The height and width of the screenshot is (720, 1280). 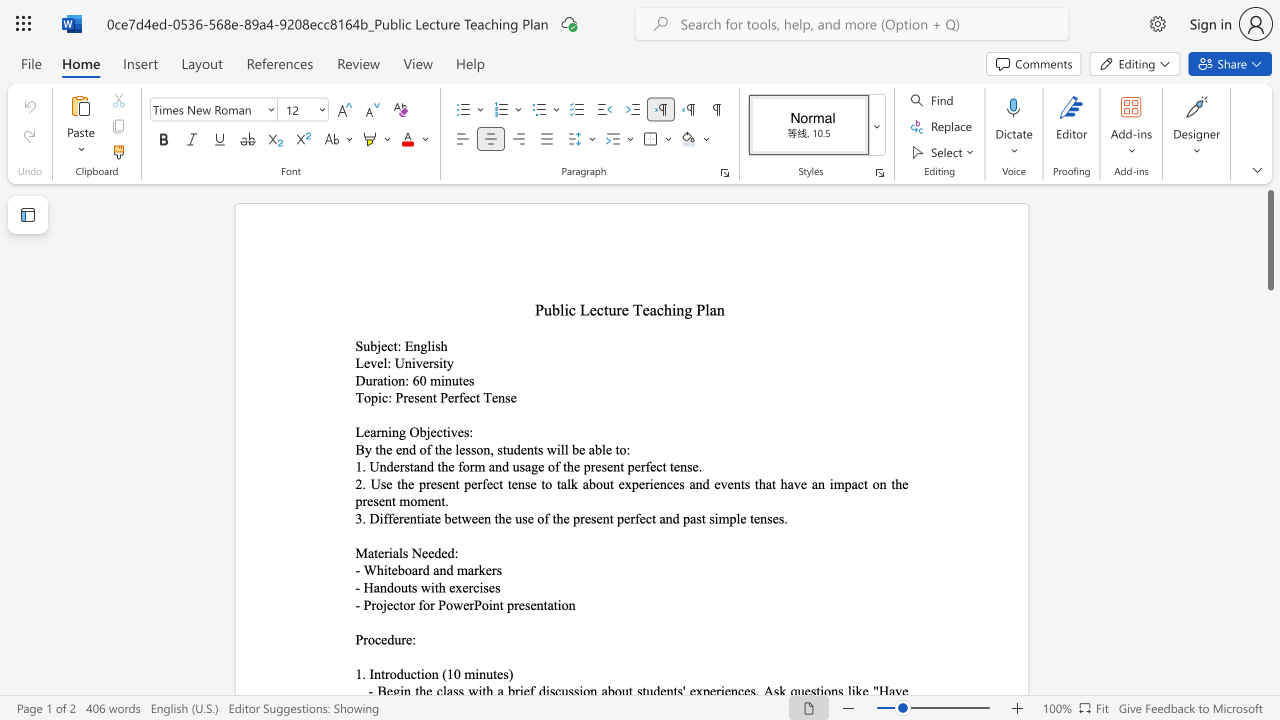 I want to click on the subset text "with exe" within the text "- Handouts with exercises", so click(x=419, y=586).